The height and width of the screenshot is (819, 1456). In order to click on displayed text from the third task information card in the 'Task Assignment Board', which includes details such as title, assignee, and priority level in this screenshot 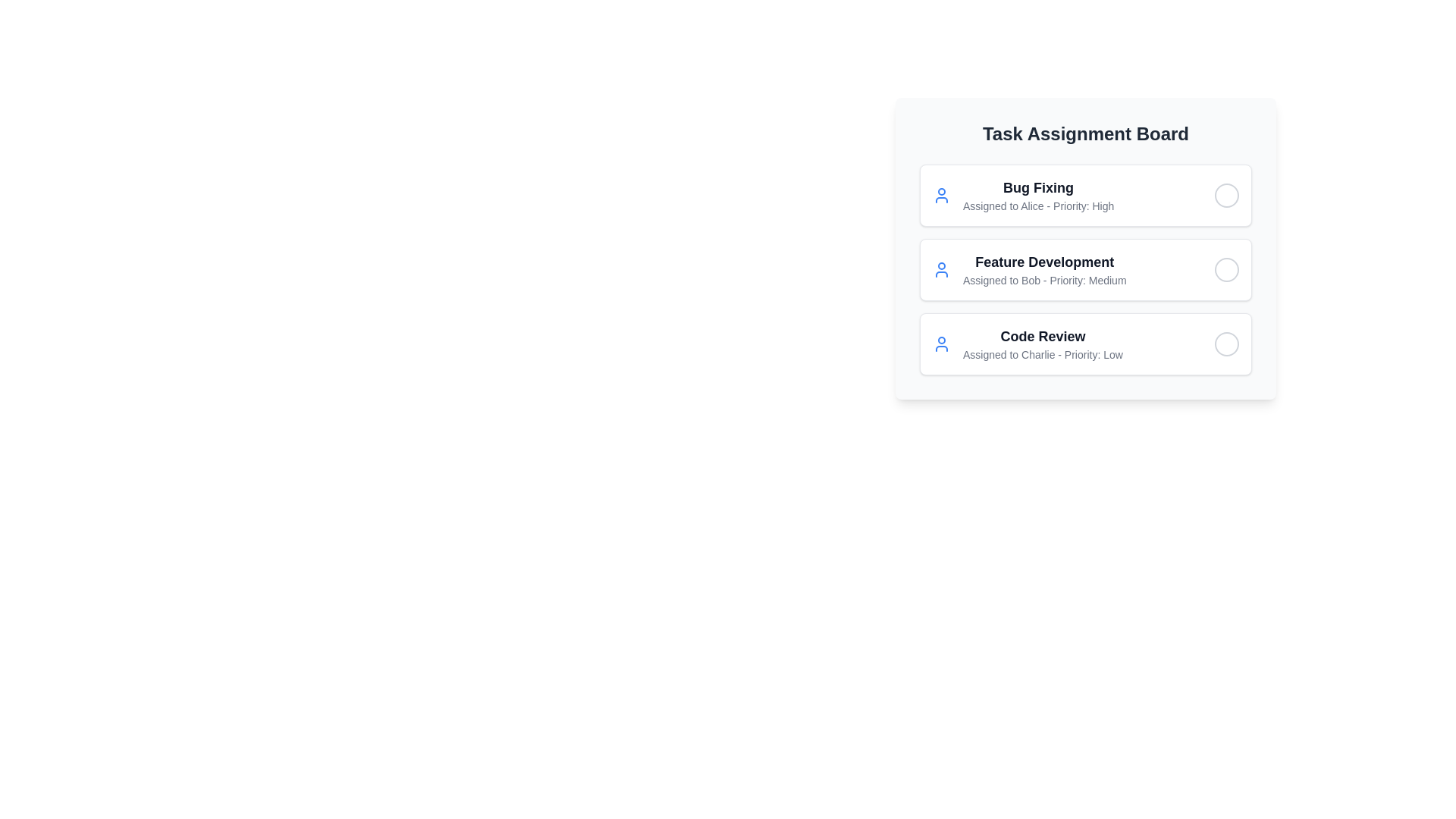, I will do `click(1028, 344)`.